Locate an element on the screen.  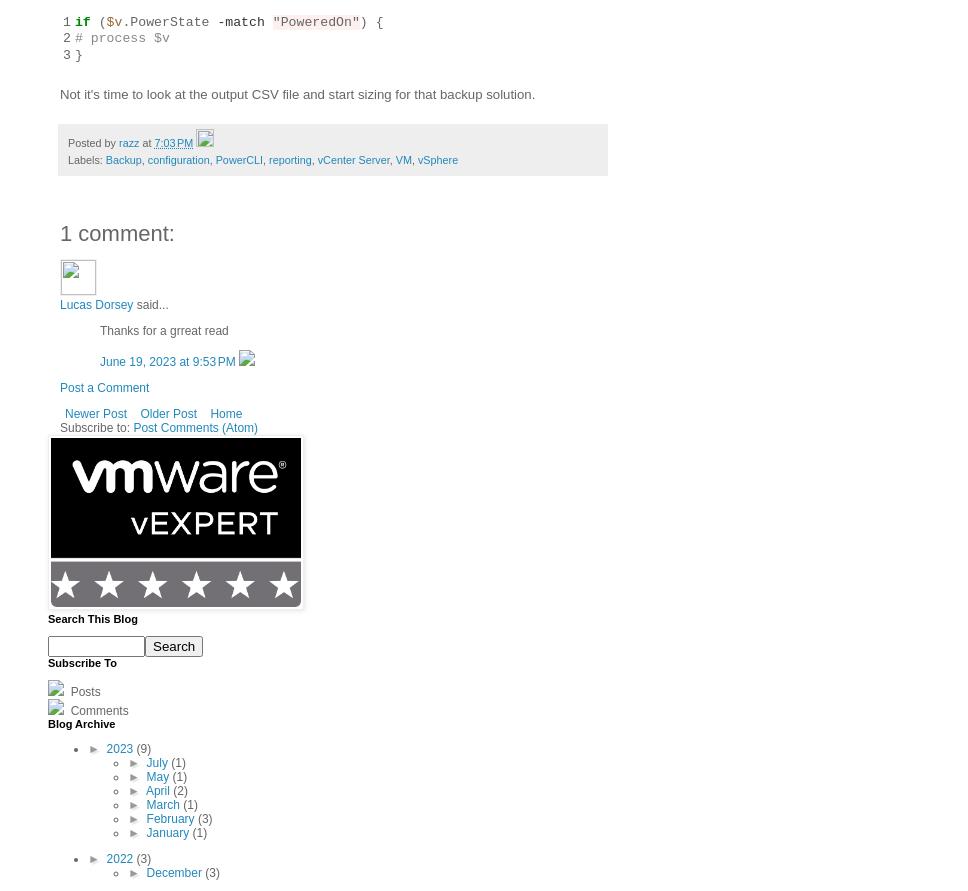
'Blog Archive' is located at coordinates (81, 722).